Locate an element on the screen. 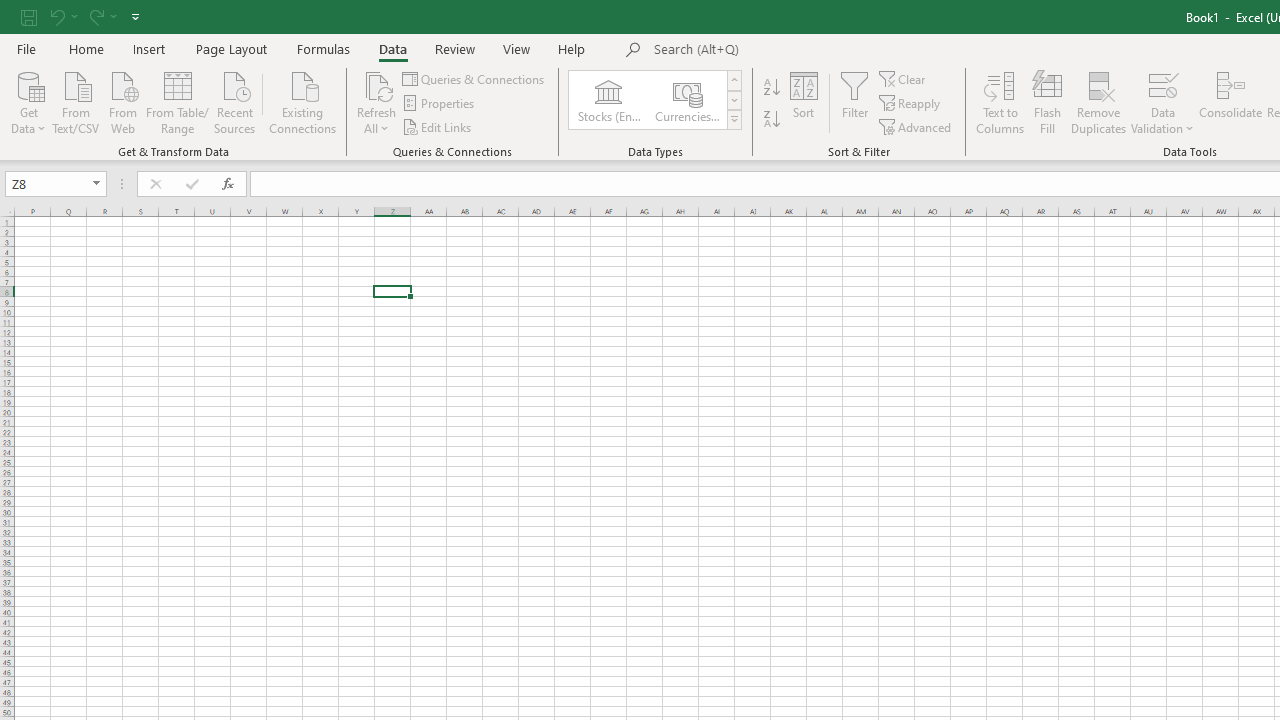 This screenshot has width=1280, height=720. 'Filter' is located at coordinates (855, 103).